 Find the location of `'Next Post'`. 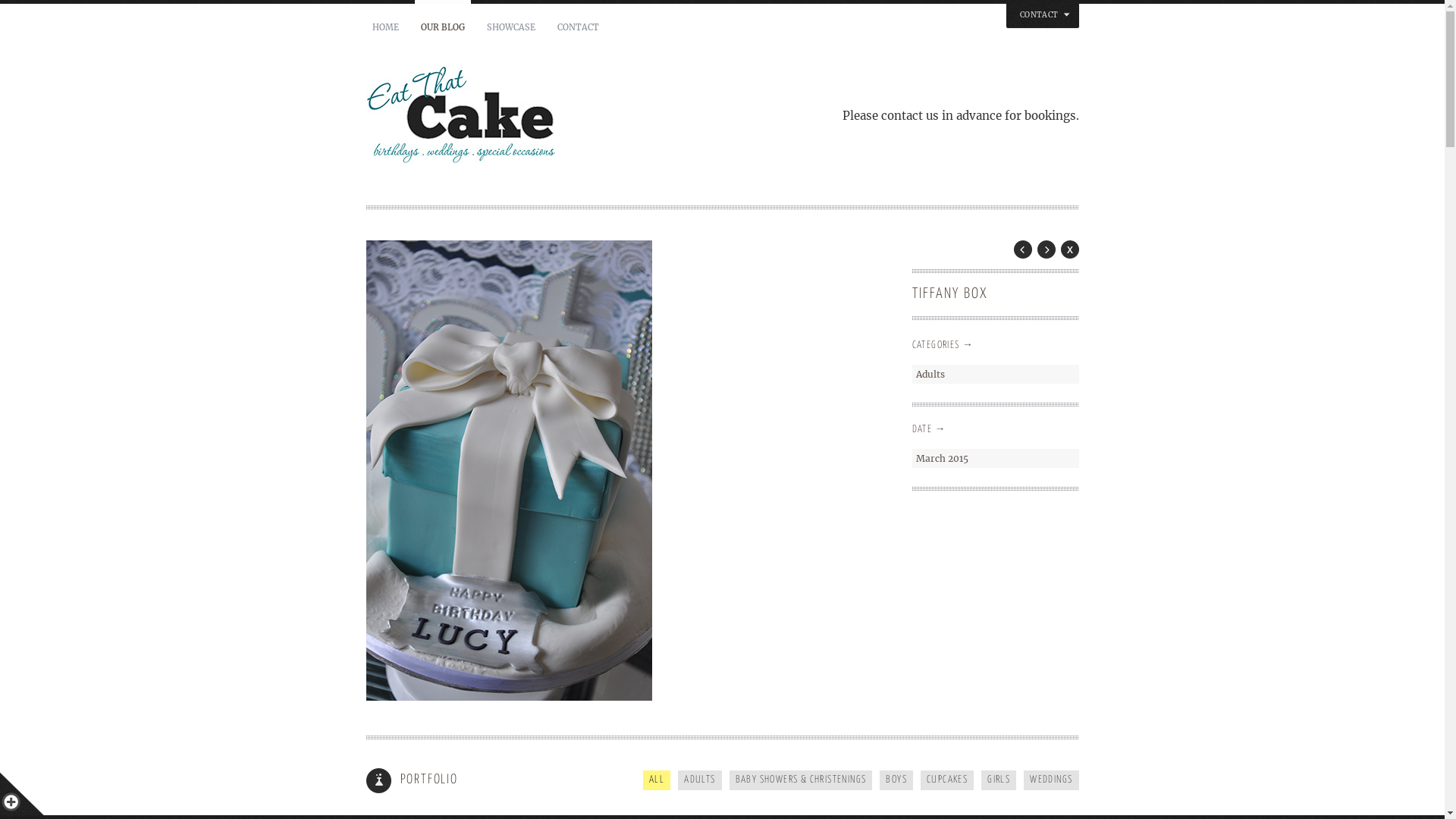

'Next Post' is located at coordinates (1046, 248).